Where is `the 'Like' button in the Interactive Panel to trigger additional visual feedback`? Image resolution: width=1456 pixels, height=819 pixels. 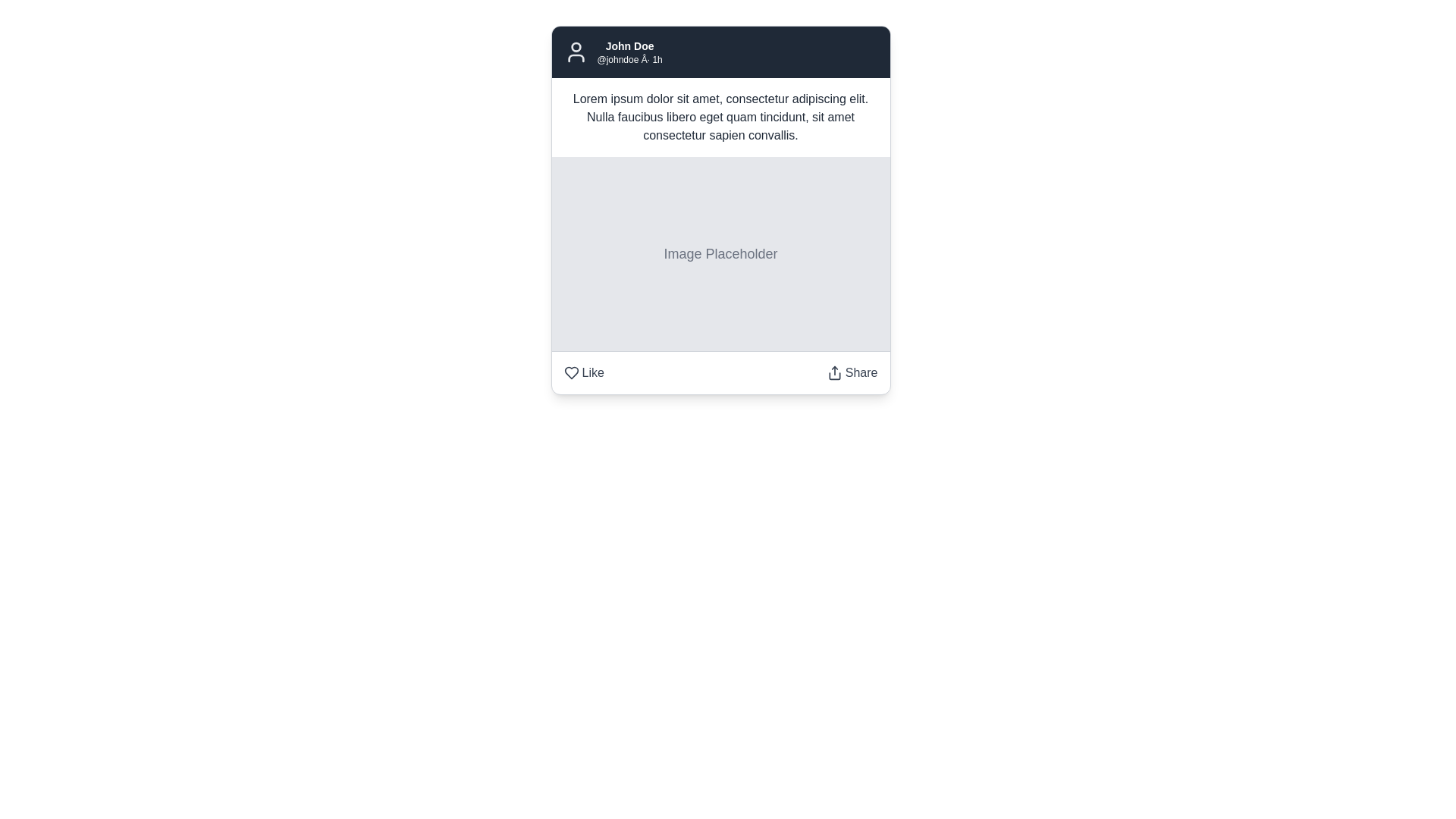 the 'Like' button in the Interactive Panel to trigger additional visual feedback is located at coordinates (720, 372).